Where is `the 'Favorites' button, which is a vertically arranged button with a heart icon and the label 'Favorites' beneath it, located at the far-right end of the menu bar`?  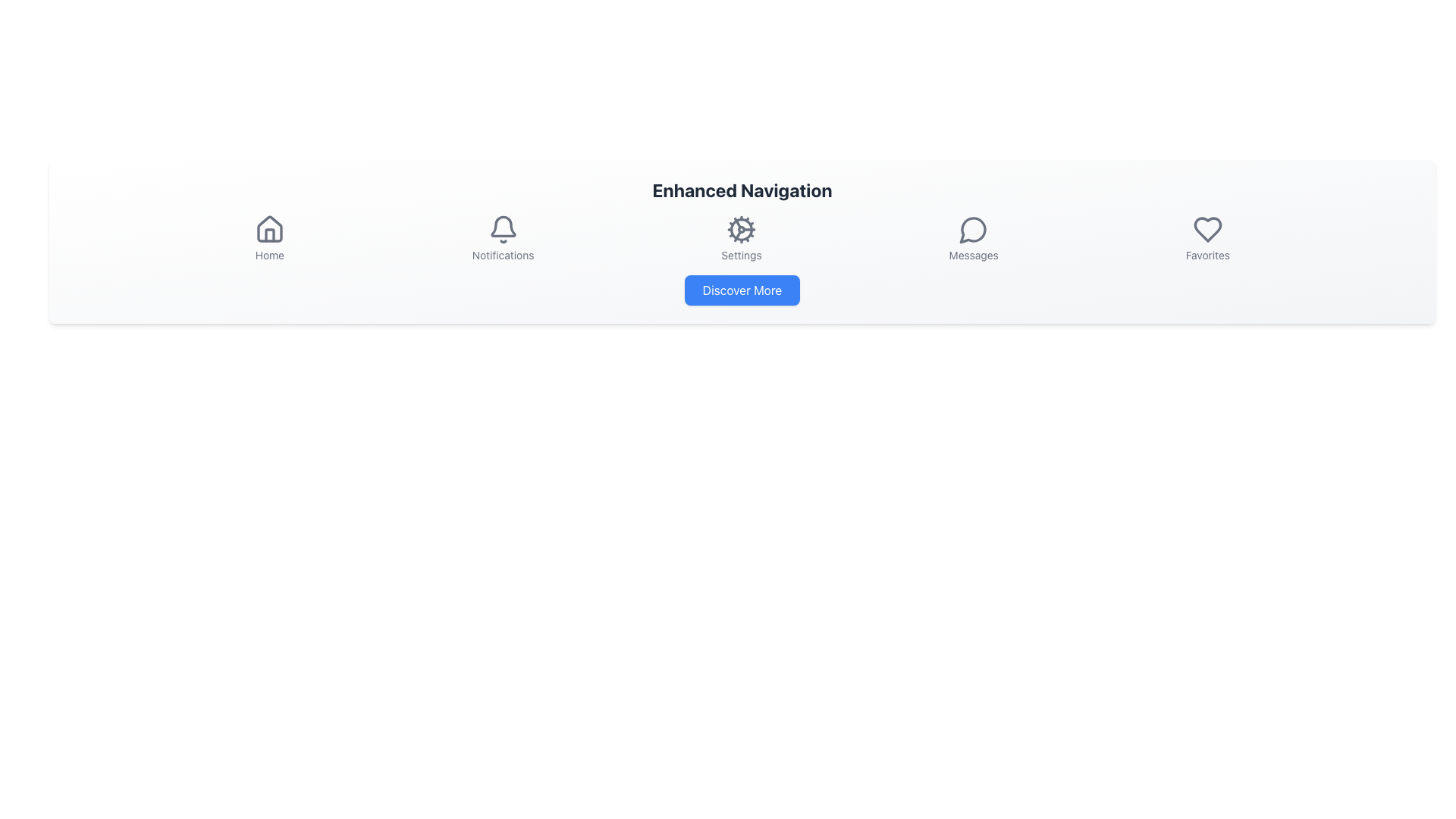
the 'Favorites' button, which is a vertically arranged button with a heart icon and the label 'Favorites' beneath it, located at the far-right end of the menu bar is located at coordinates (1207, 239).